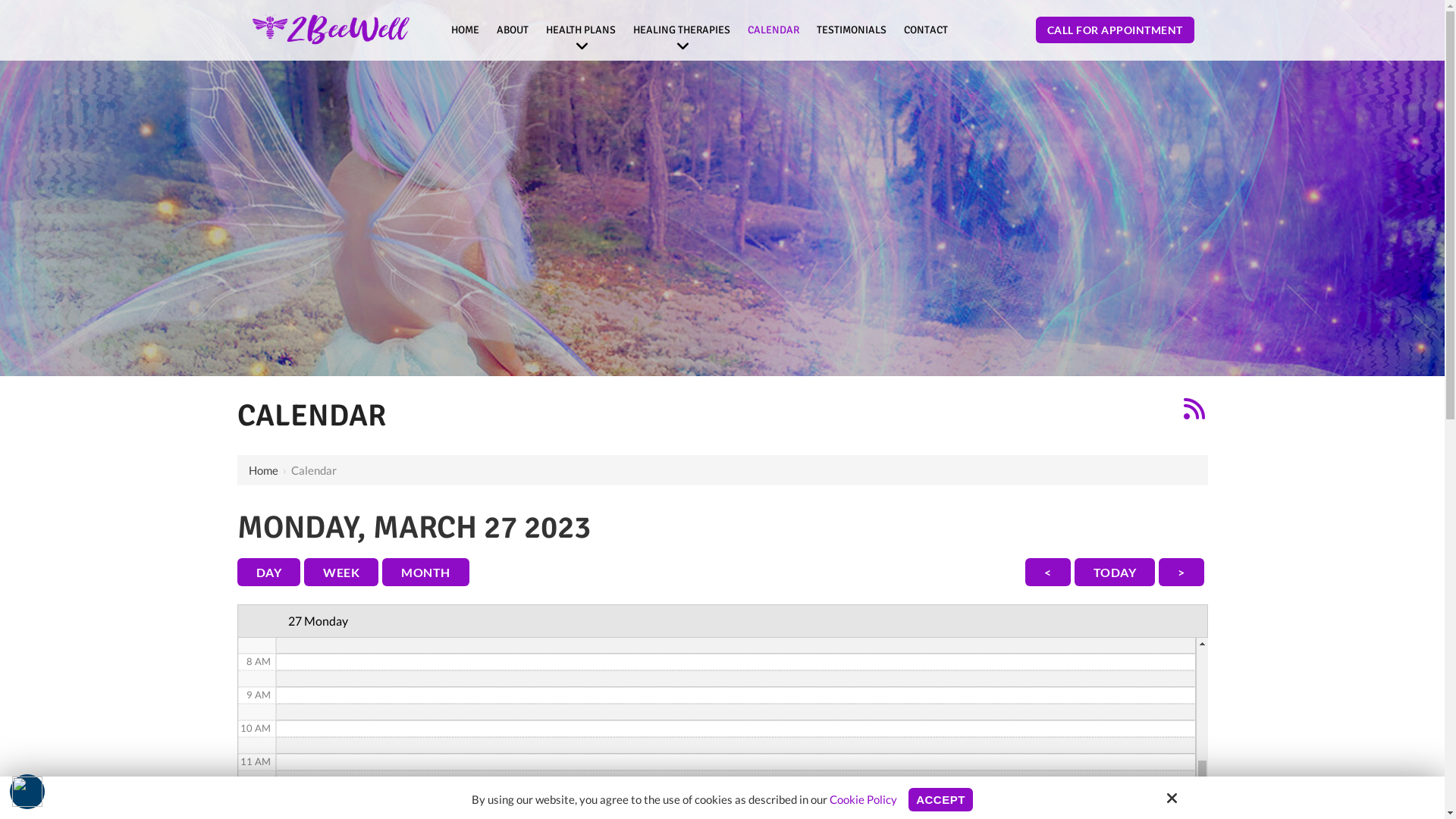 Image resolution: width=1456 pixels, height=819 pixels. I want to click on 'CALL FOR APPOINTMENT', so click(1115, 30).